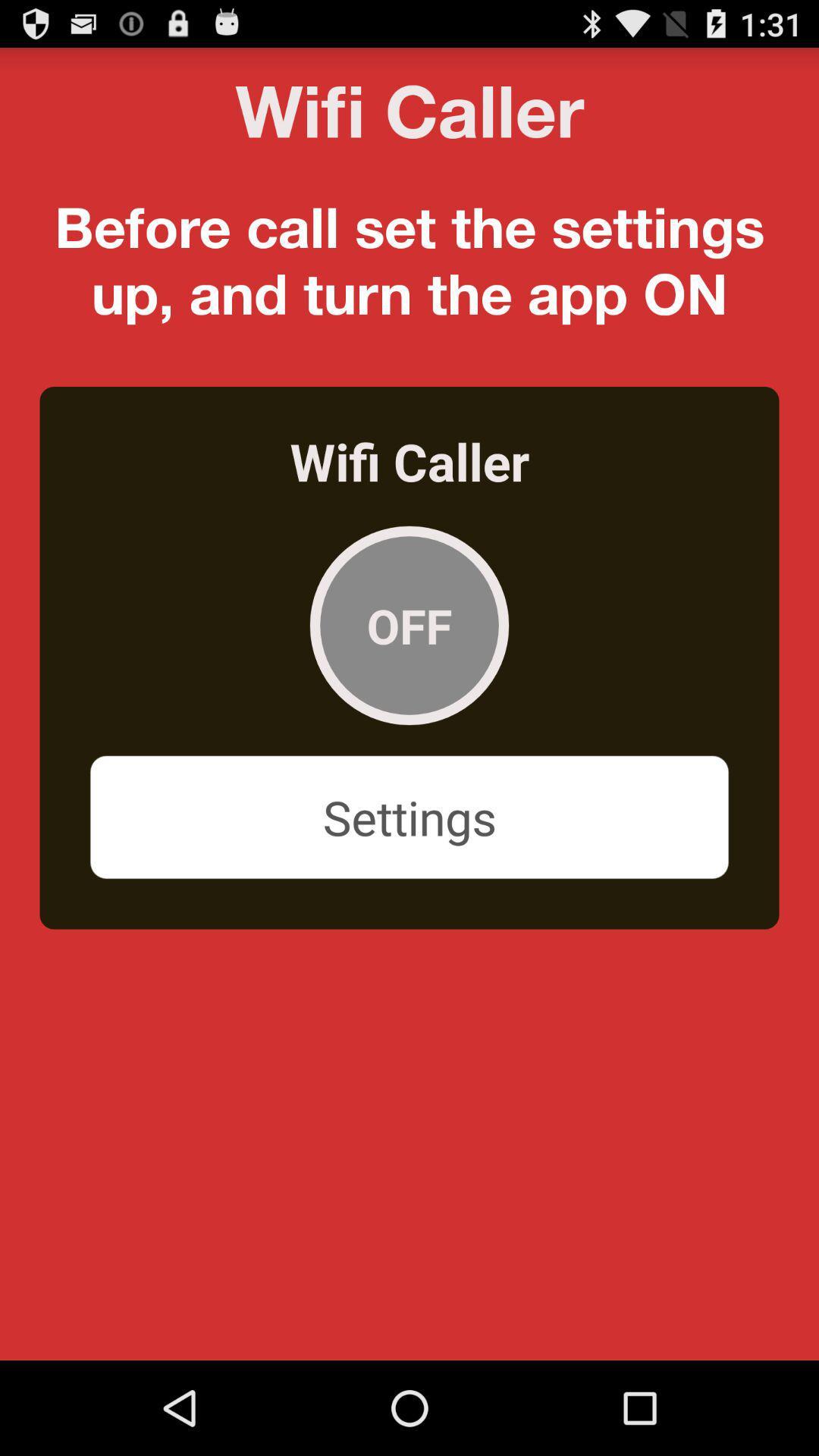 The width and height of the screenshot is (819, 1456). Describe the element at coordinates (409, 626) in the screenshot. I see `icon below wifi caller icon` at that location.